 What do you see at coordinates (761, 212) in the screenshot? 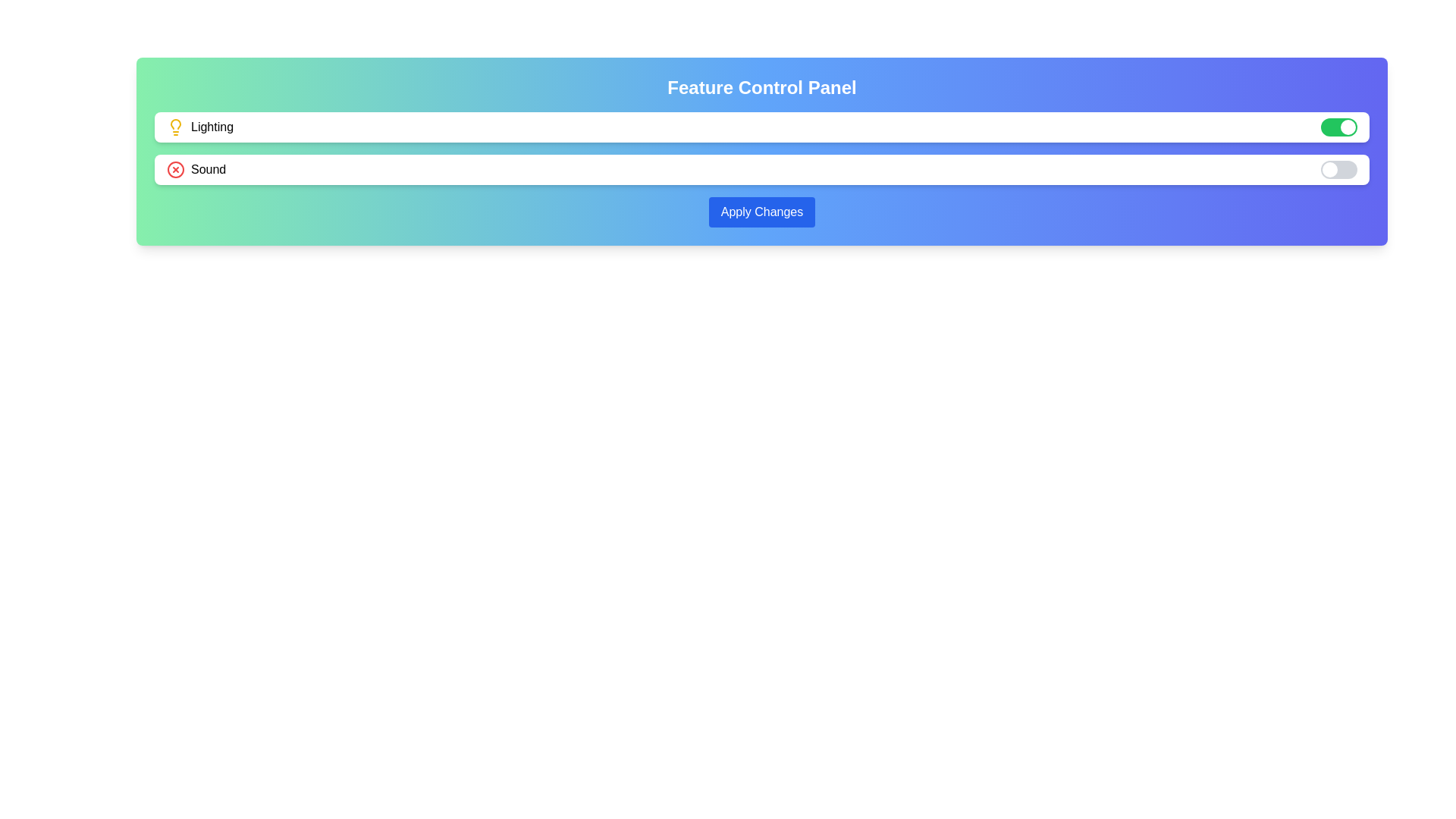
I see `the button that finalizes and applies changes in the control panel` at bounding box center [761, 212].